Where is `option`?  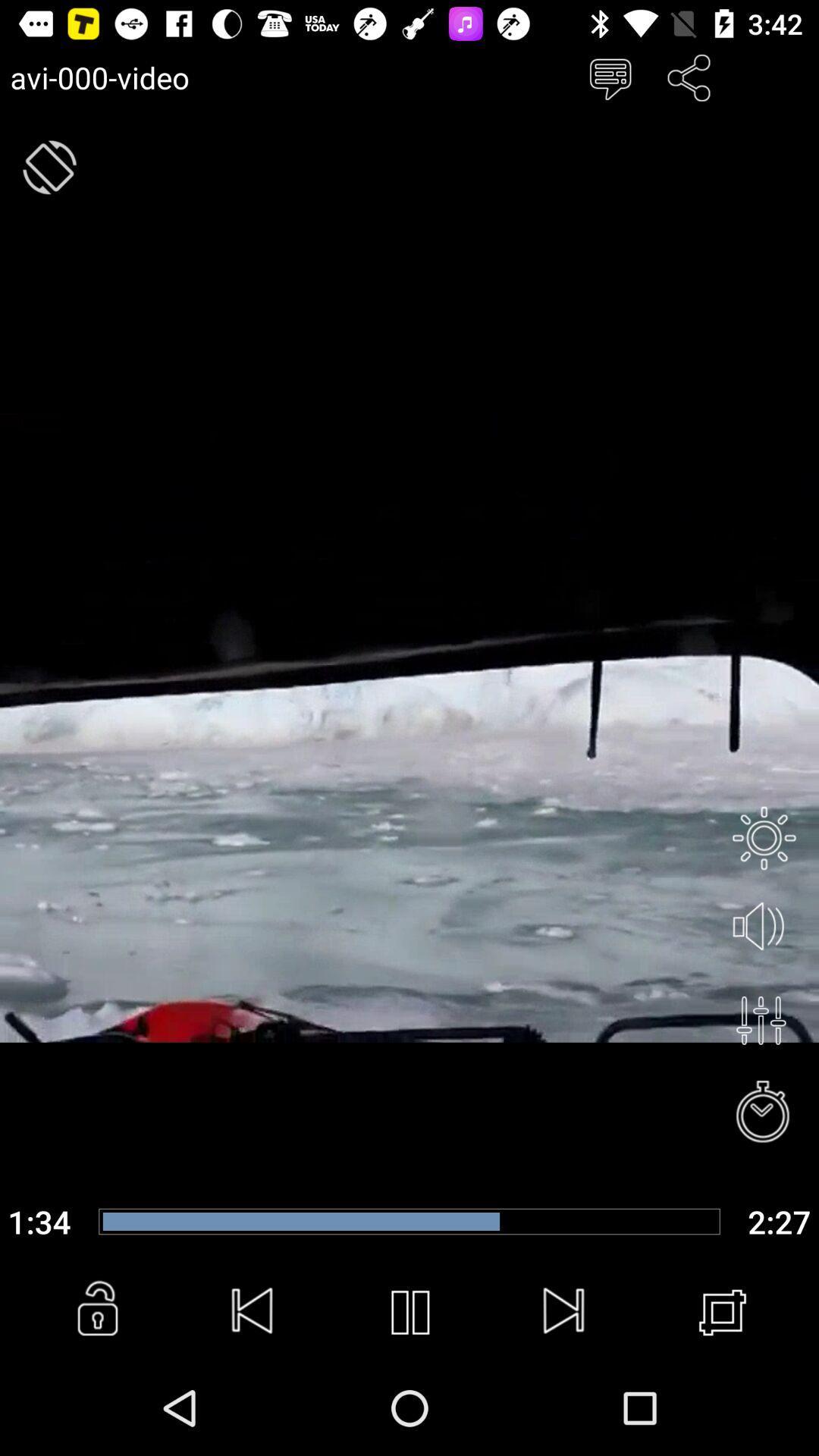
option is located at coordinates (761, 1020).